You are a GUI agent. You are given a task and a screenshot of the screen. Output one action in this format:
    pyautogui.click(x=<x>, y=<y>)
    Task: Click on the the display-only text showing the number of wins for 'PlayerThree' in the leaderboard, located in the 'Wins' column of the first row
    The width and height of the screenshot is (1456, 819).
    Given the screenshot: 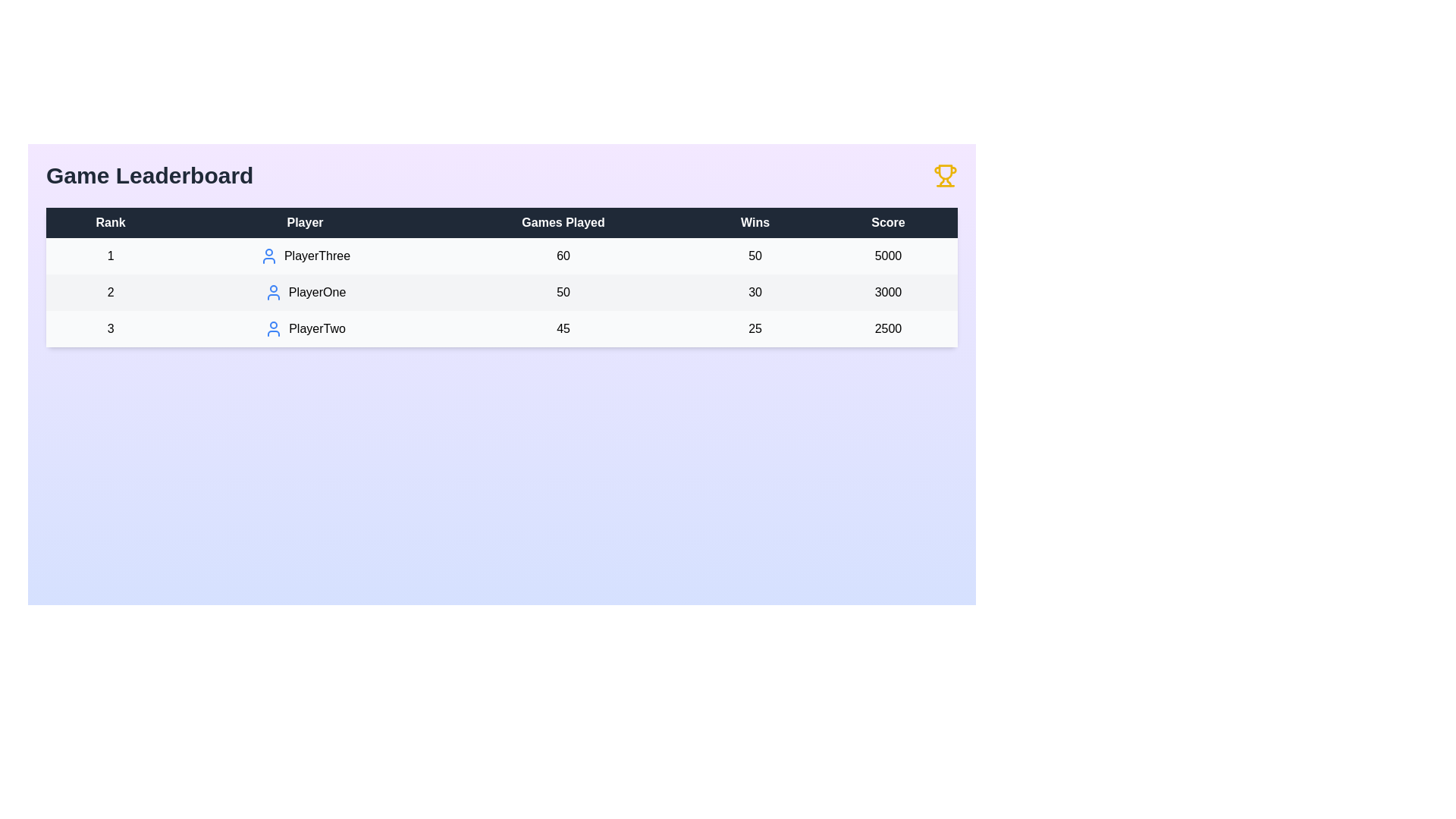 What is the action you would take?
    pyautogui.click(x=755, y=256)
    